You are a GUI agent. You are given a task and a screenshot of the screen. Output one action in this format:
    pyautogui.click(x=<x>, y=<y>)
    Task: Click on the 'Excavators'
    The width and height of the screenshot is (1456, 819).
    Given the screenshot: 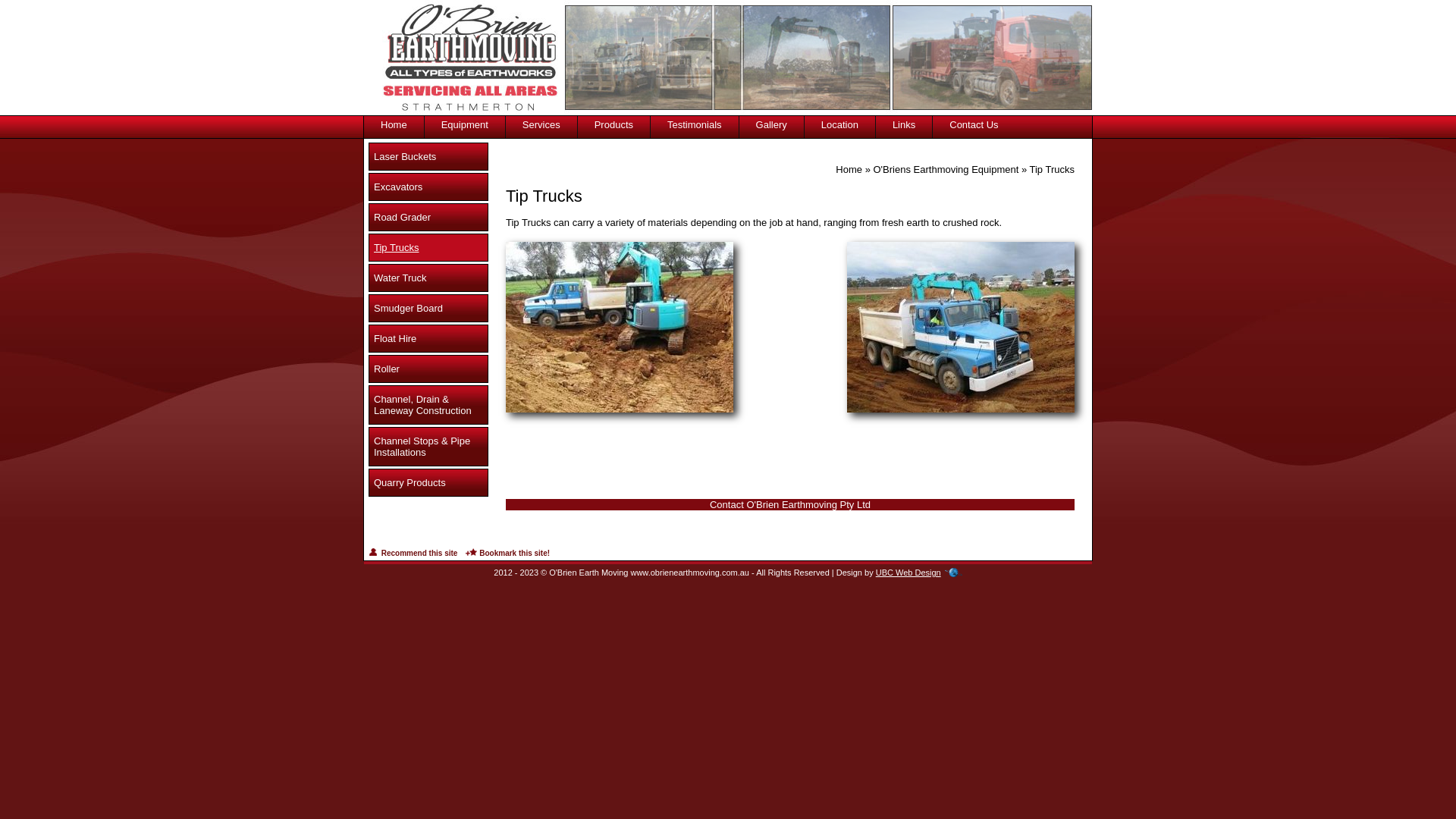 What is the action you would take?
    pyautogui.click(x=428, y=186)
    